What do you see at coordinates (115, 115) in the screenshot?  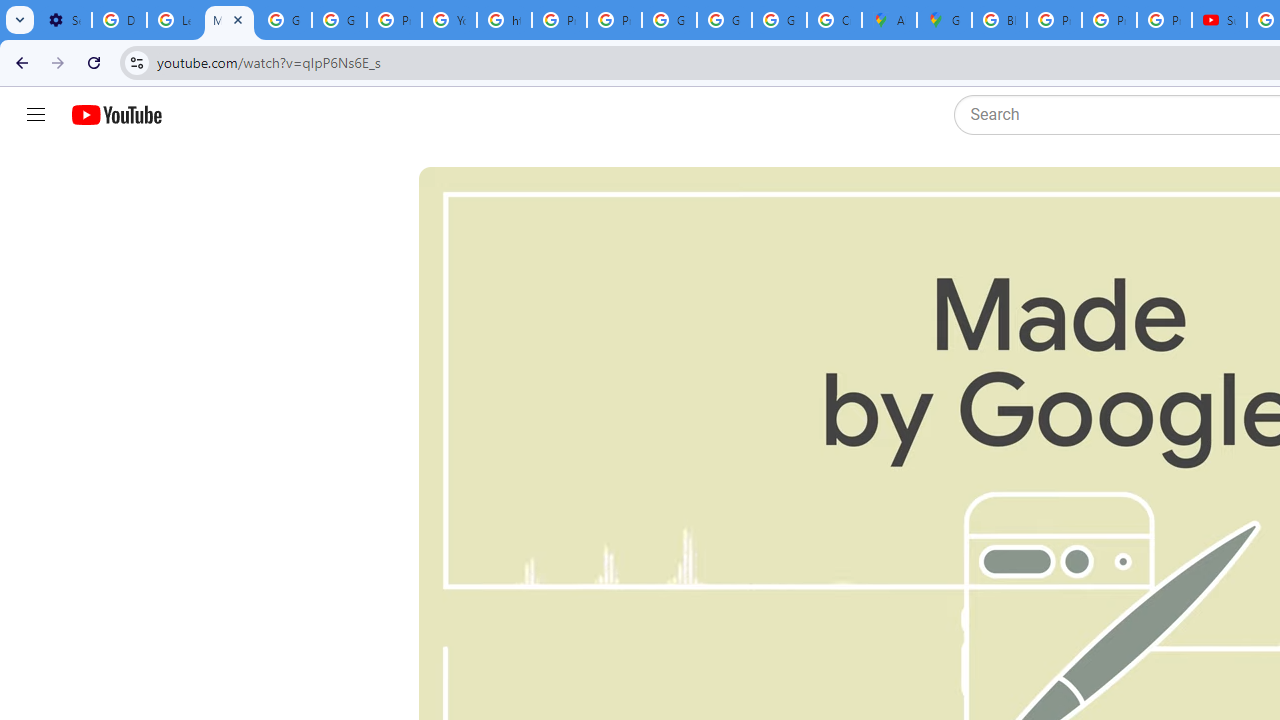 I see `'YouTube Home'` at bounding box center [115, 115].